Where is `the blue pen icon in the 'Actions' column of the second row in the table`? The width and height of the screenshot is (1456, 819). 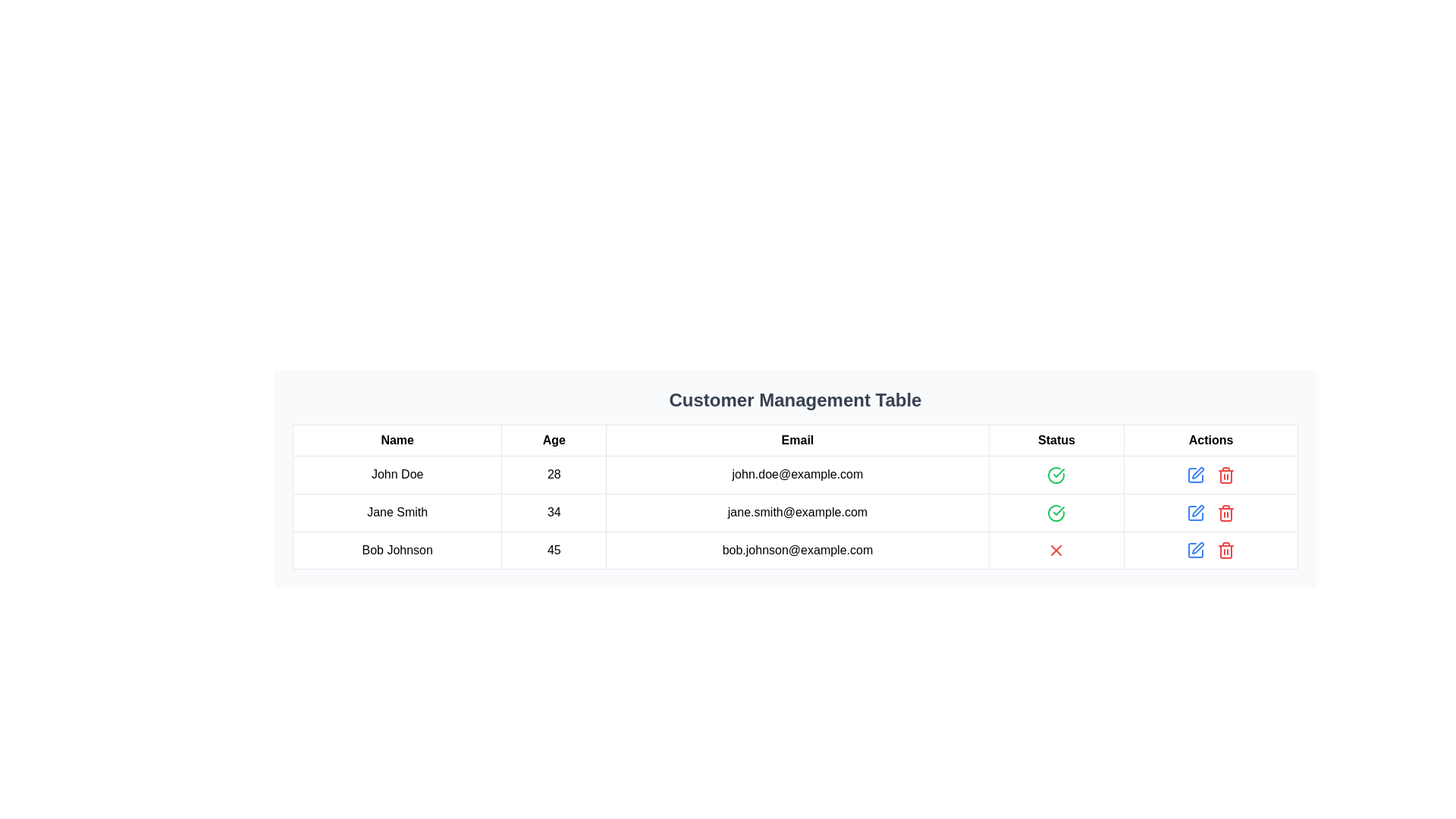 the blue pen icon in the 'Actions' column of the second row in the table is located at coordinates (1195, 474).